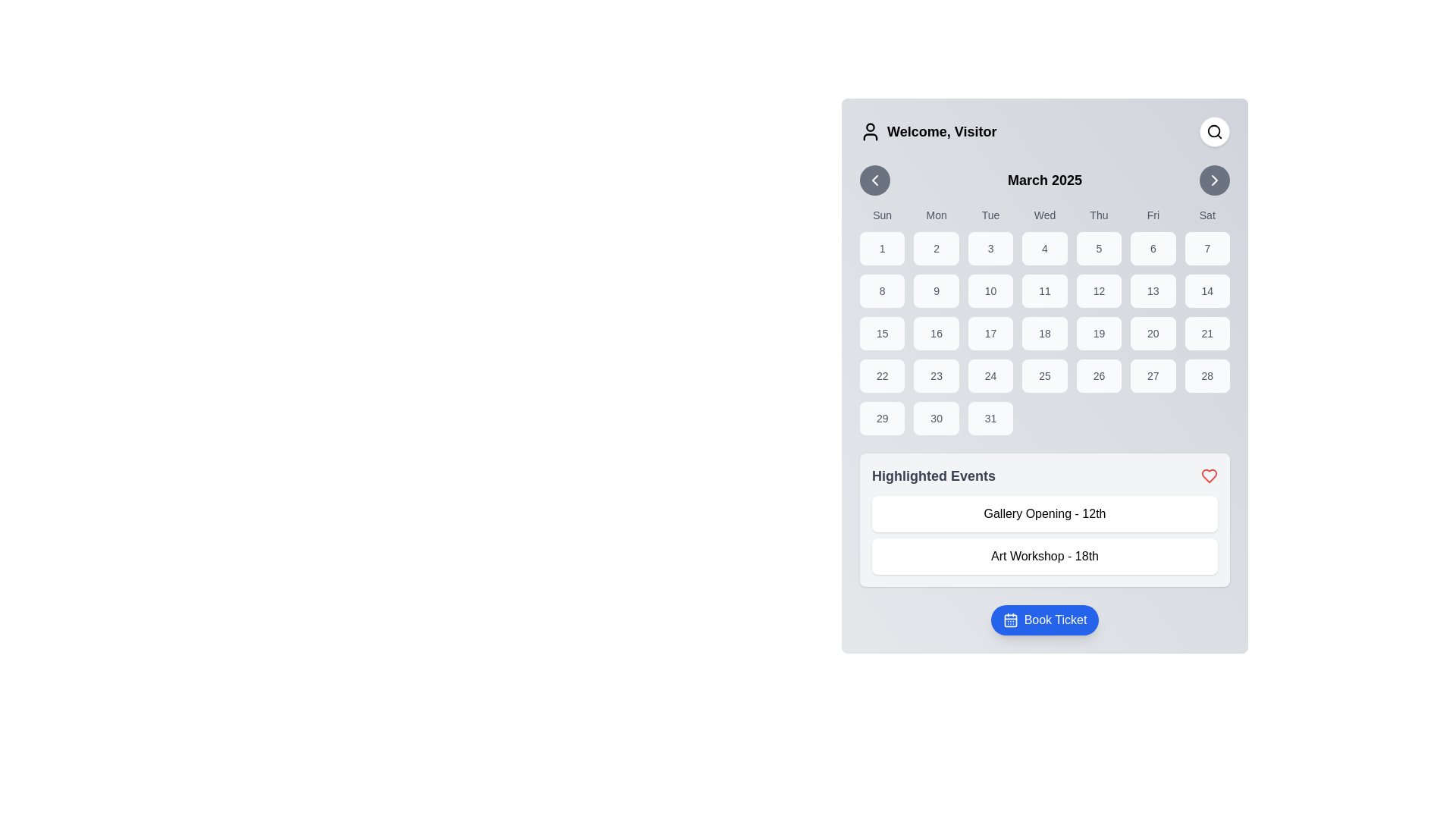 Image resolution: width=1456 pixels, height=819 pixels. Describe the element at coordinates (1208, 475) in the screenshot. I see `the heart icon located in the header of the 'Highlighted Events' section` at that location.